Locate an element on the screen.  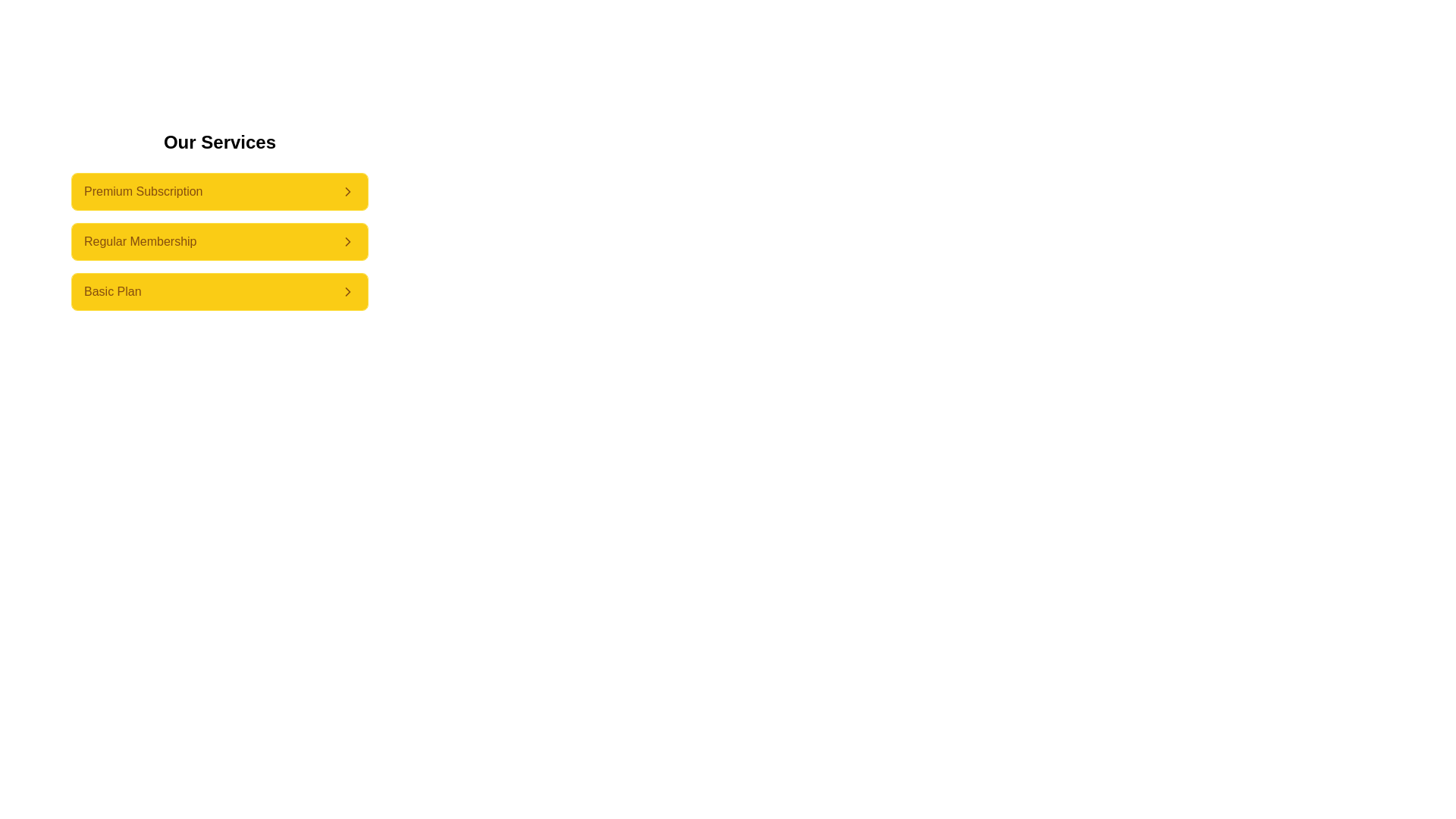
the 'Basic Plan' text label within the button is located at coordinates (111, 292).